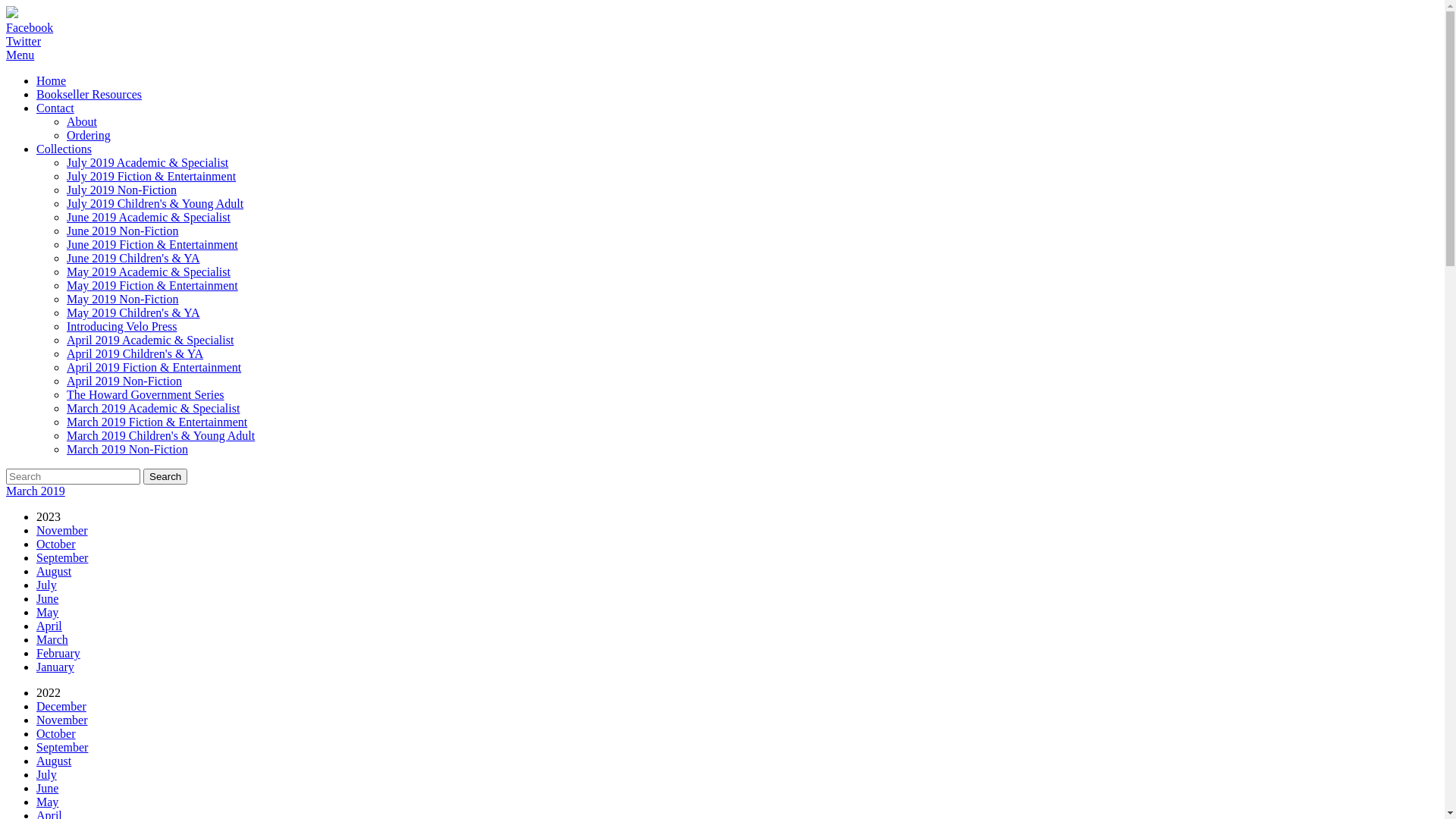 The height and width of the screenshot is (819, 1456). Describe the element at coordinates (20, 54) in the screenshot. I see `'Menu'` at that location.